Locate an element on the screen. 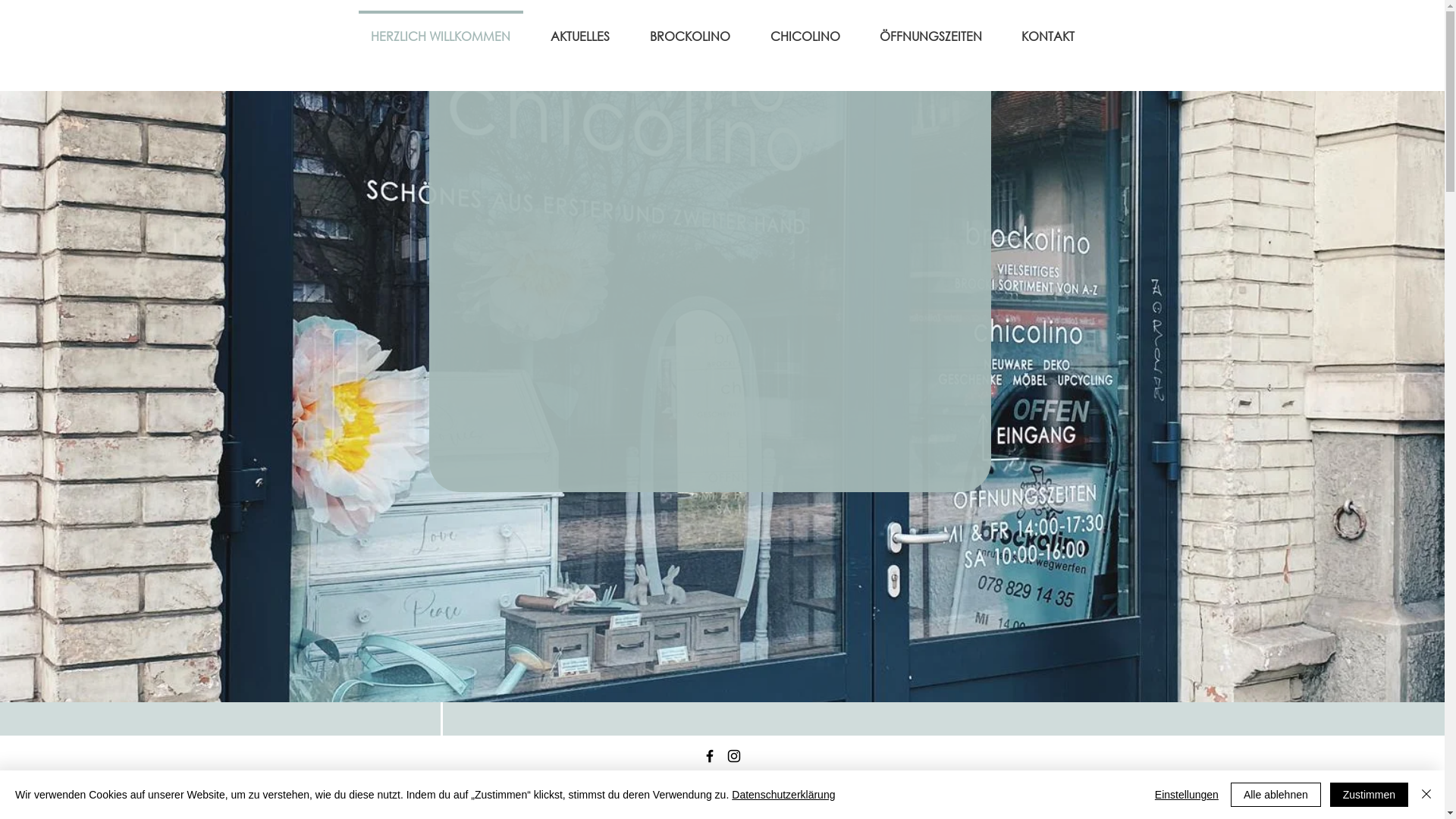  'Zustimmen' is located at coordinates (1369, 794).